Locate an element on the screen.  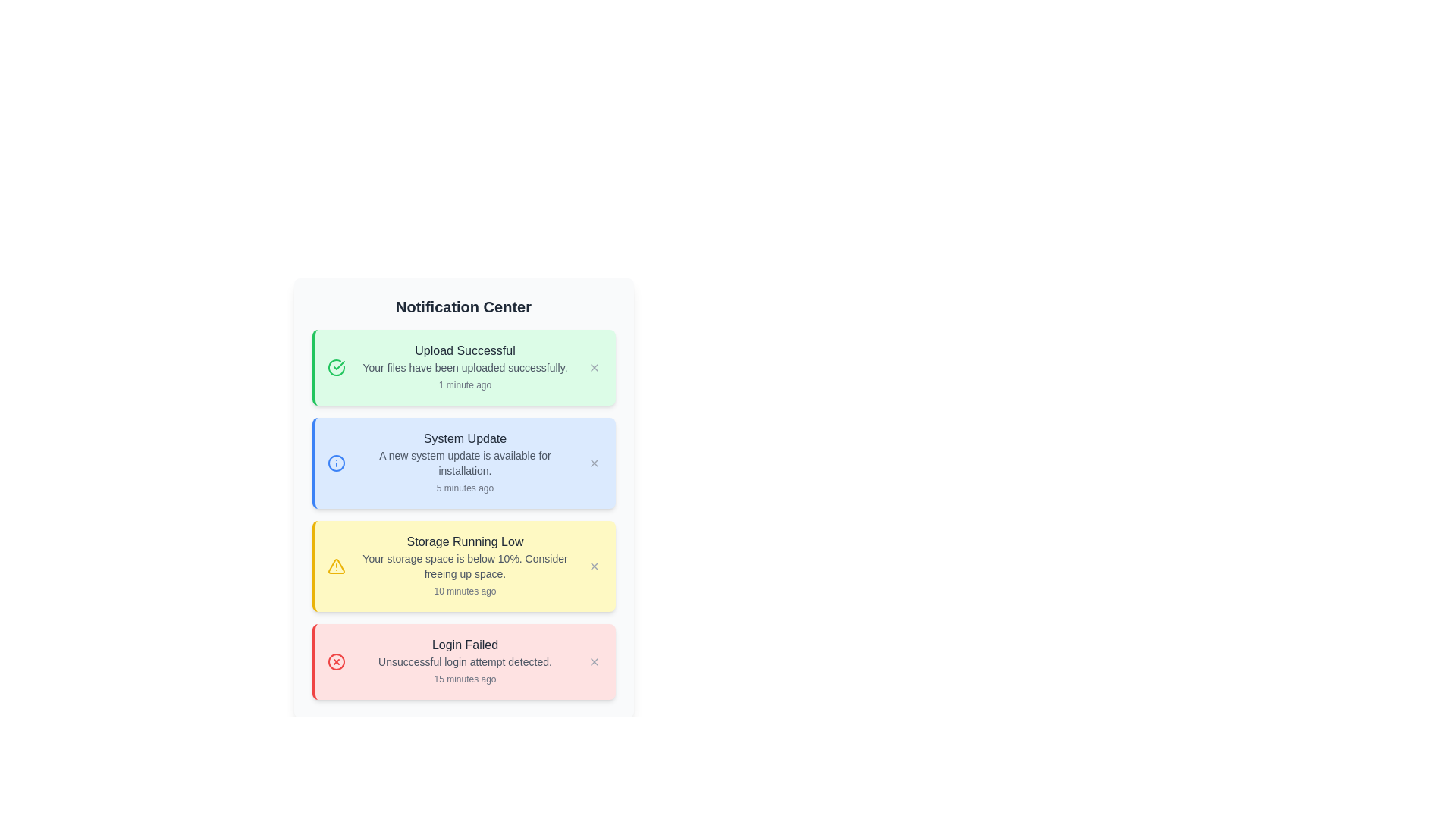
the text label that reads 'System Update', which is styled with a medium-weight font and gray color (#4a4a4a), located at the top of the blue notification card is located at coordinates (464, 438).